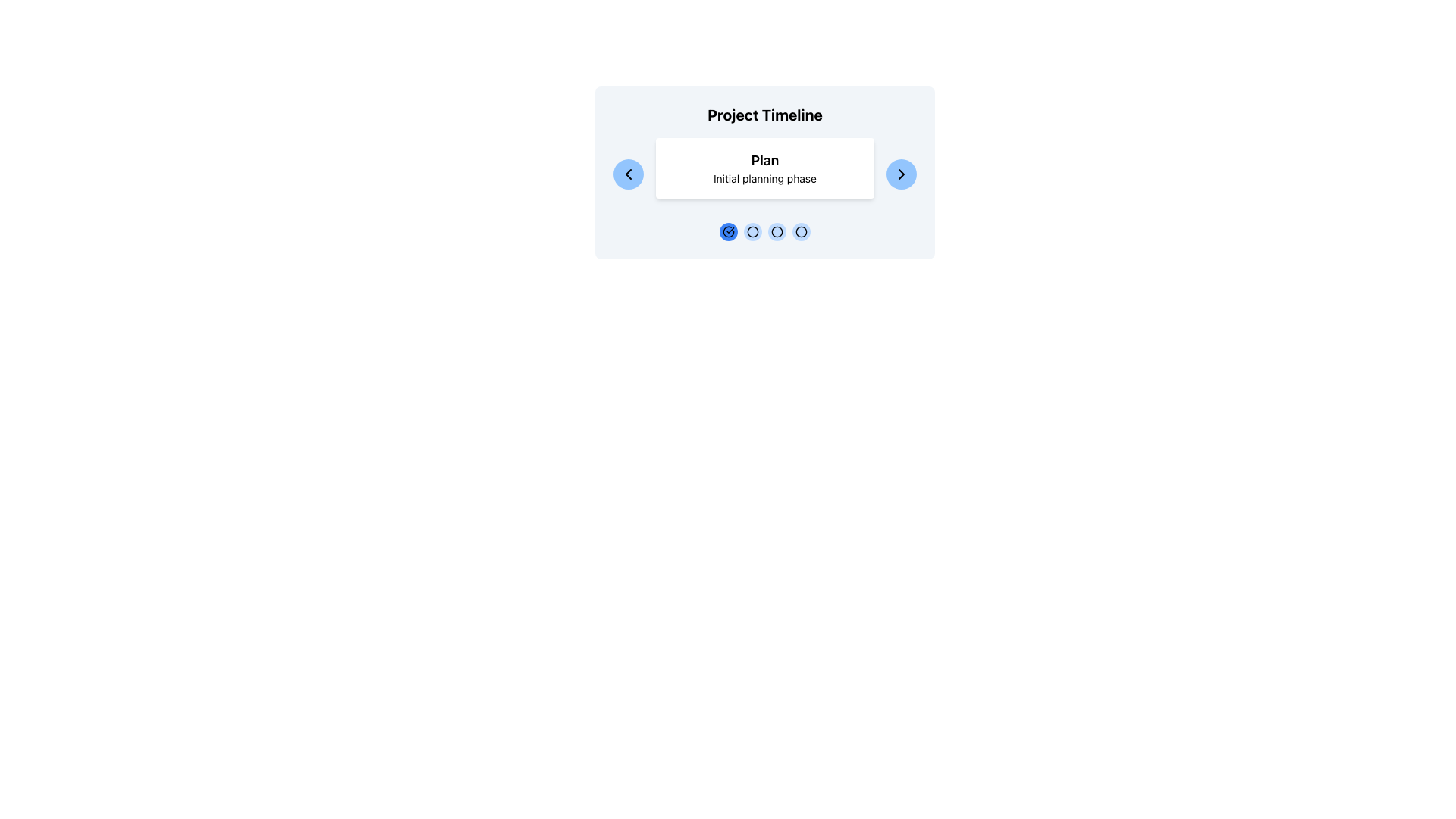 This screenshot has width=1456, height=819. I want to click on the circular blue button with a left-pointing arrow icon for keyboard accessibility purposes, so click(629, 174).